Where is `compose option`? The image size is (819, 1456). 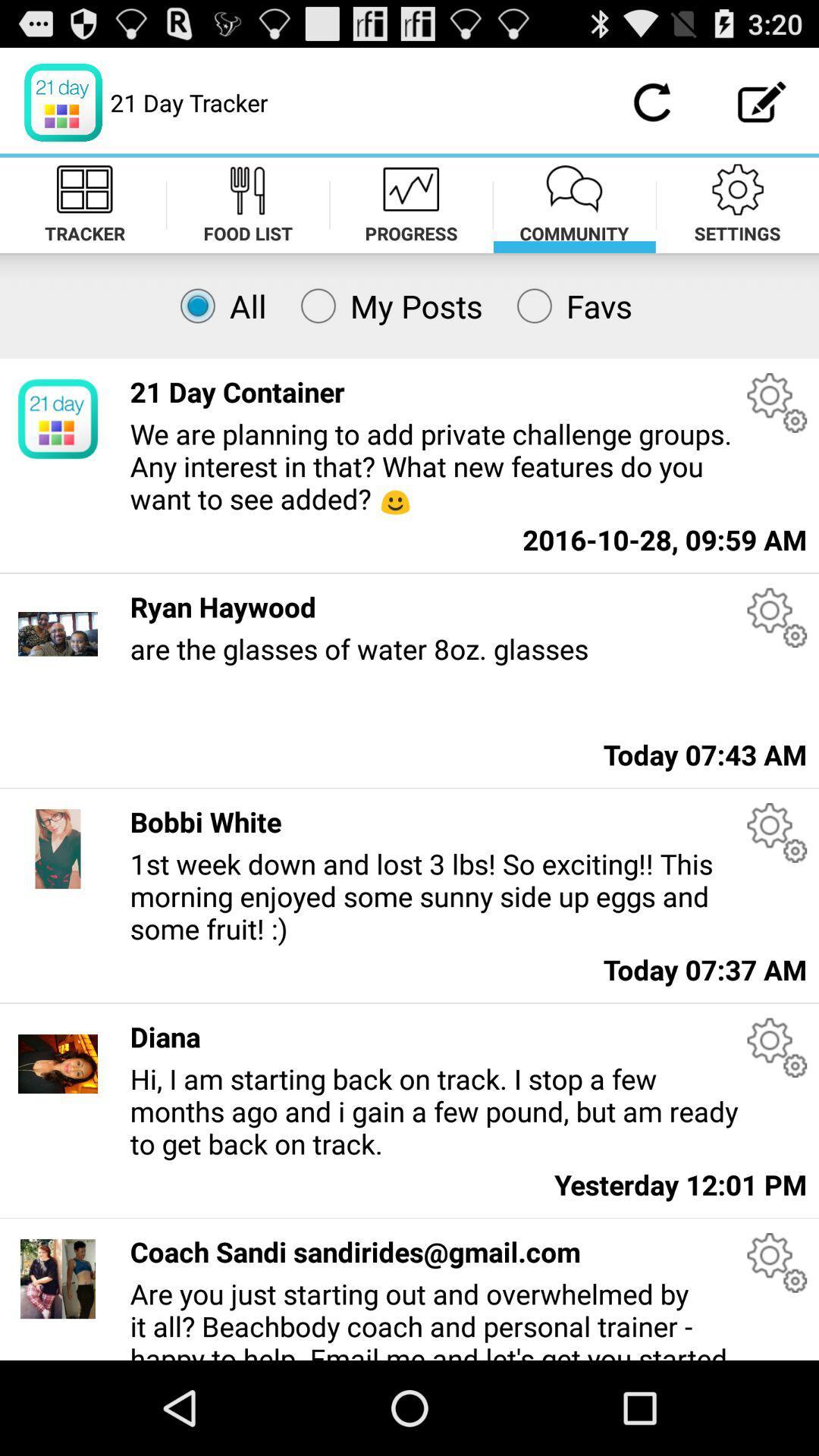
compose option is located at coordinates (763, 102).